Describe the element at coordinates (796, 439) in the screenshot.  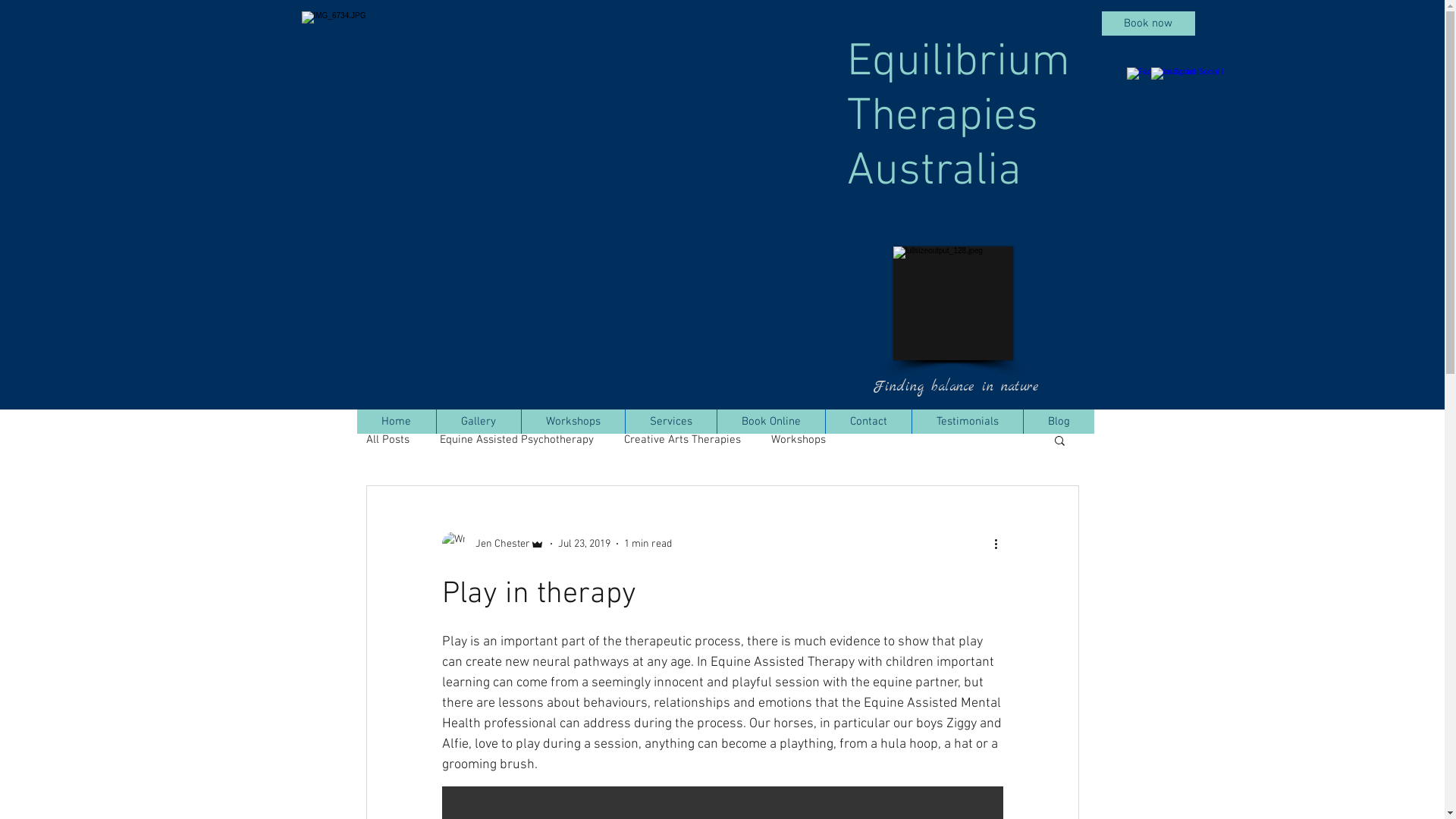
I see `'Workshops'` at that location.